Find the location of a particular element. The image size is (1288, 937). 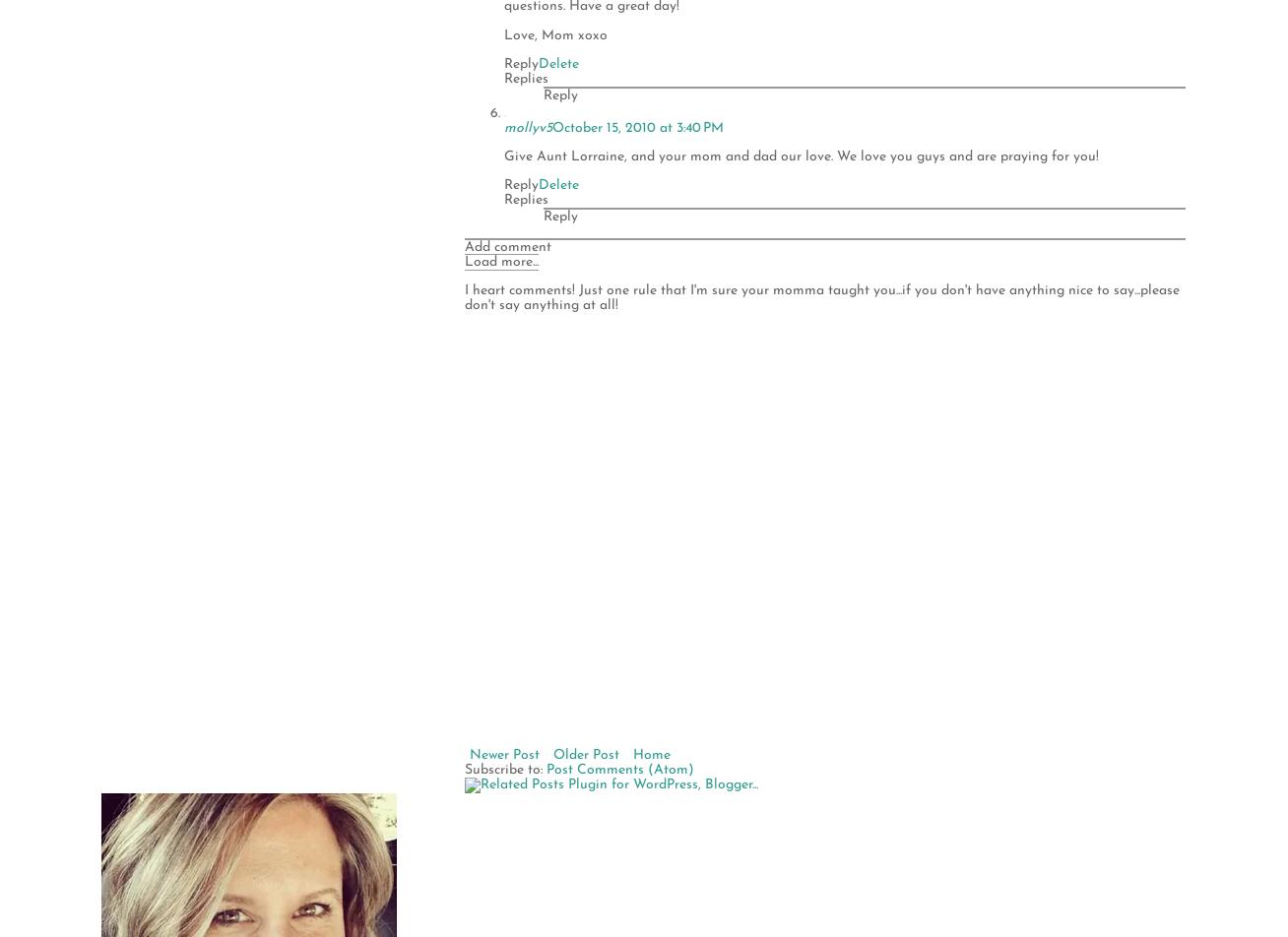

'Post Comments (Atom)' is located at coordinates (619, 769).